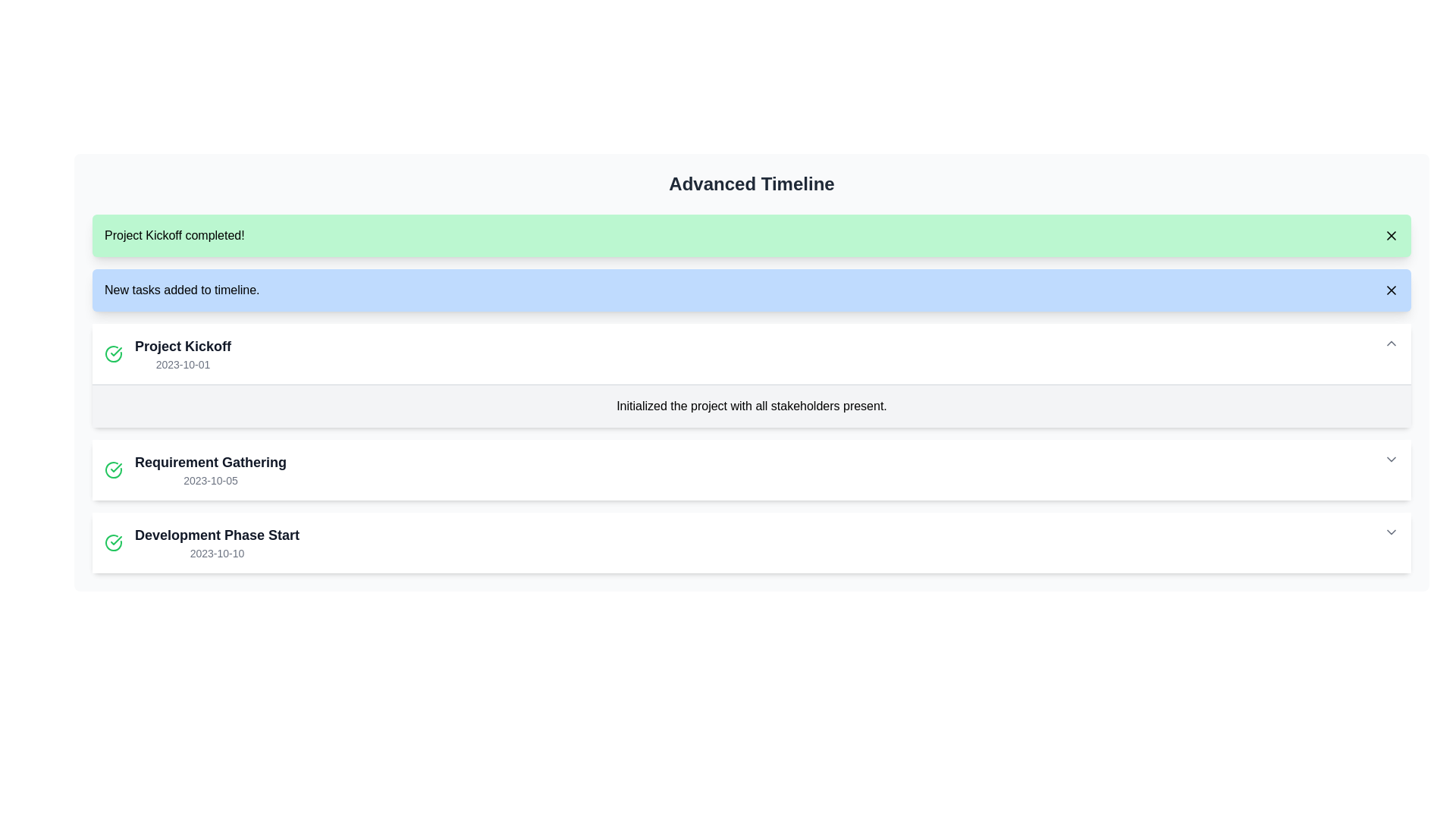 This screenshot has height=819, width=1456. Describe the element at coordinates (752, 542) in the screenshot. I see `the timeline entry section for 'Development Phase Start'` at that location.